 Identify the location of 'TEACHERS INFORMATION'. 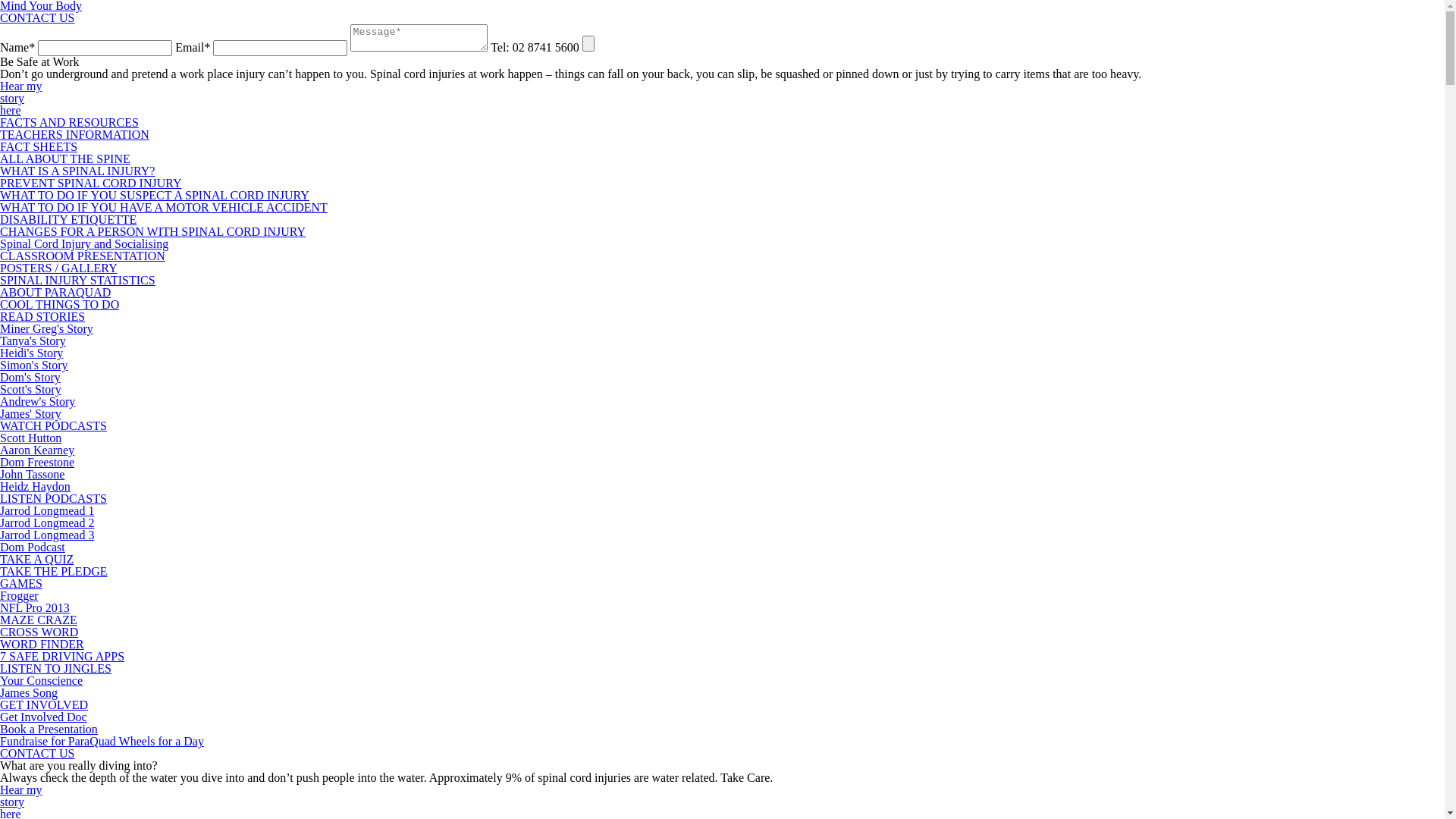
(74, 133).